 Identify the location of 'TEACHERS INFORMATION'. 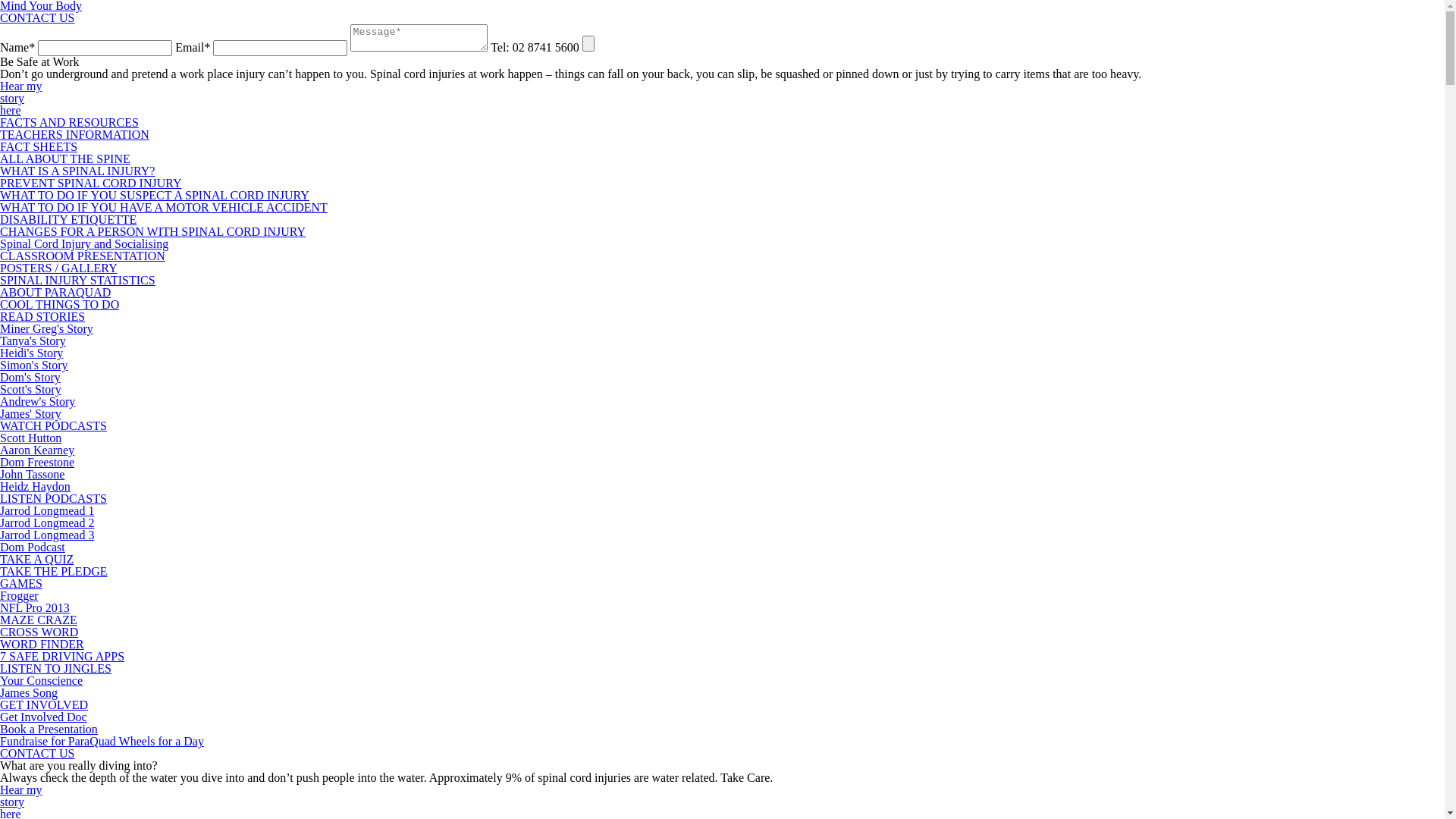
(74, 133).